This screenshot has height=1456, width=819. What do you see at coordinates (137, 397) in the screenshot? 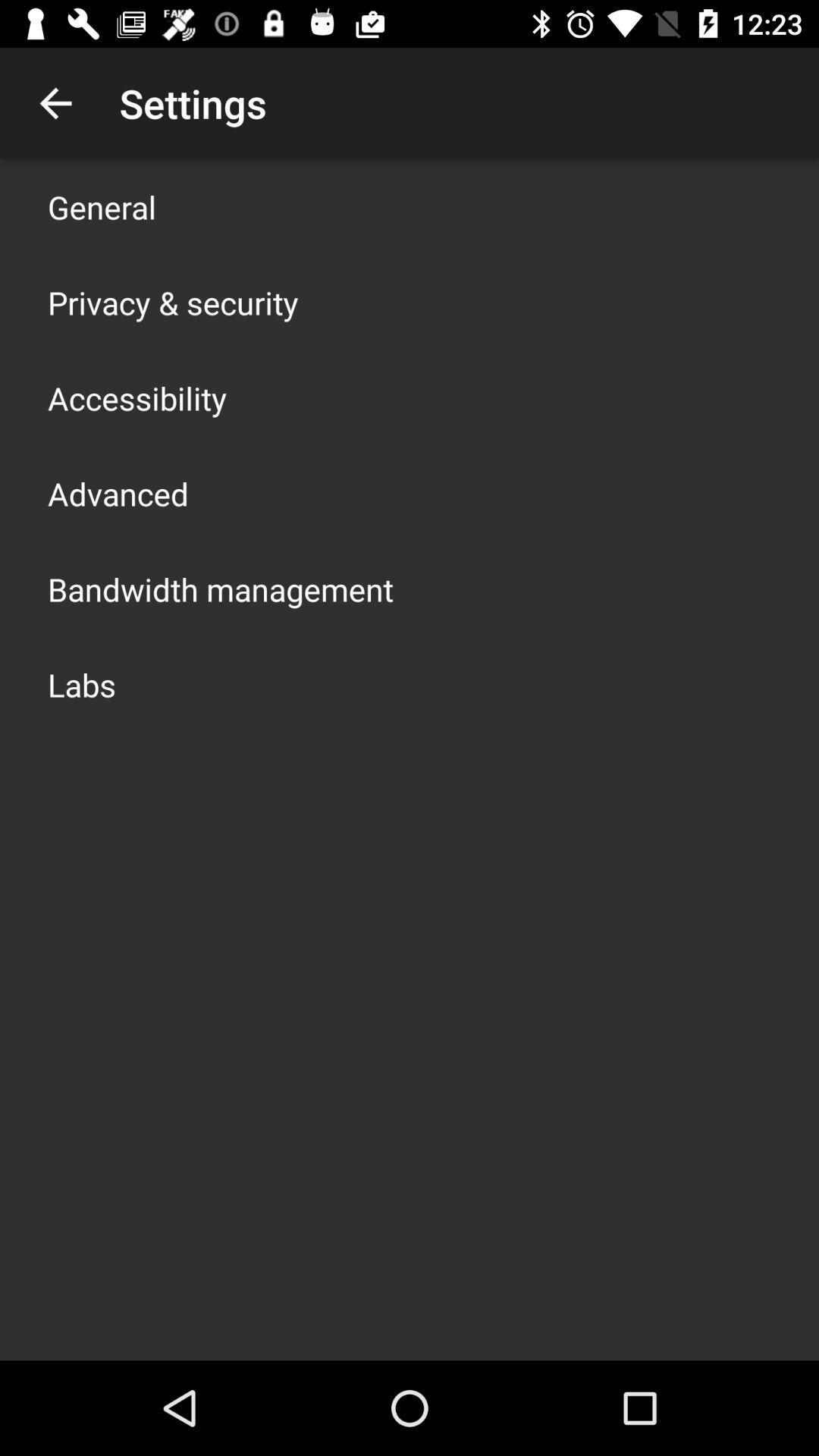
I see `accessibility item` at bounding box center [137, 397].